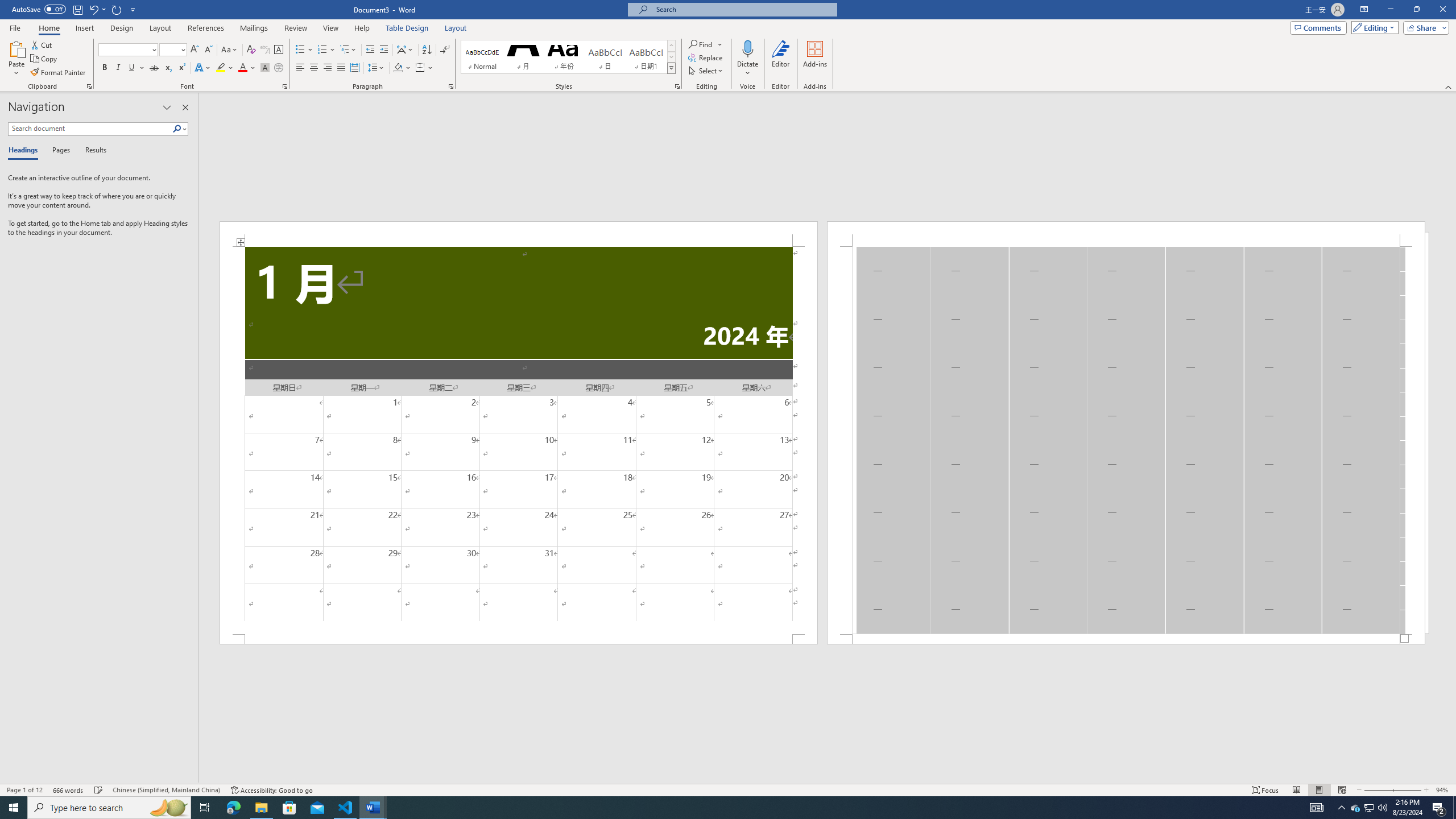  What do you see at coordinates (705, 56) in the screenshot?
I see `'Replace...'` at bounding box center [705, 56].